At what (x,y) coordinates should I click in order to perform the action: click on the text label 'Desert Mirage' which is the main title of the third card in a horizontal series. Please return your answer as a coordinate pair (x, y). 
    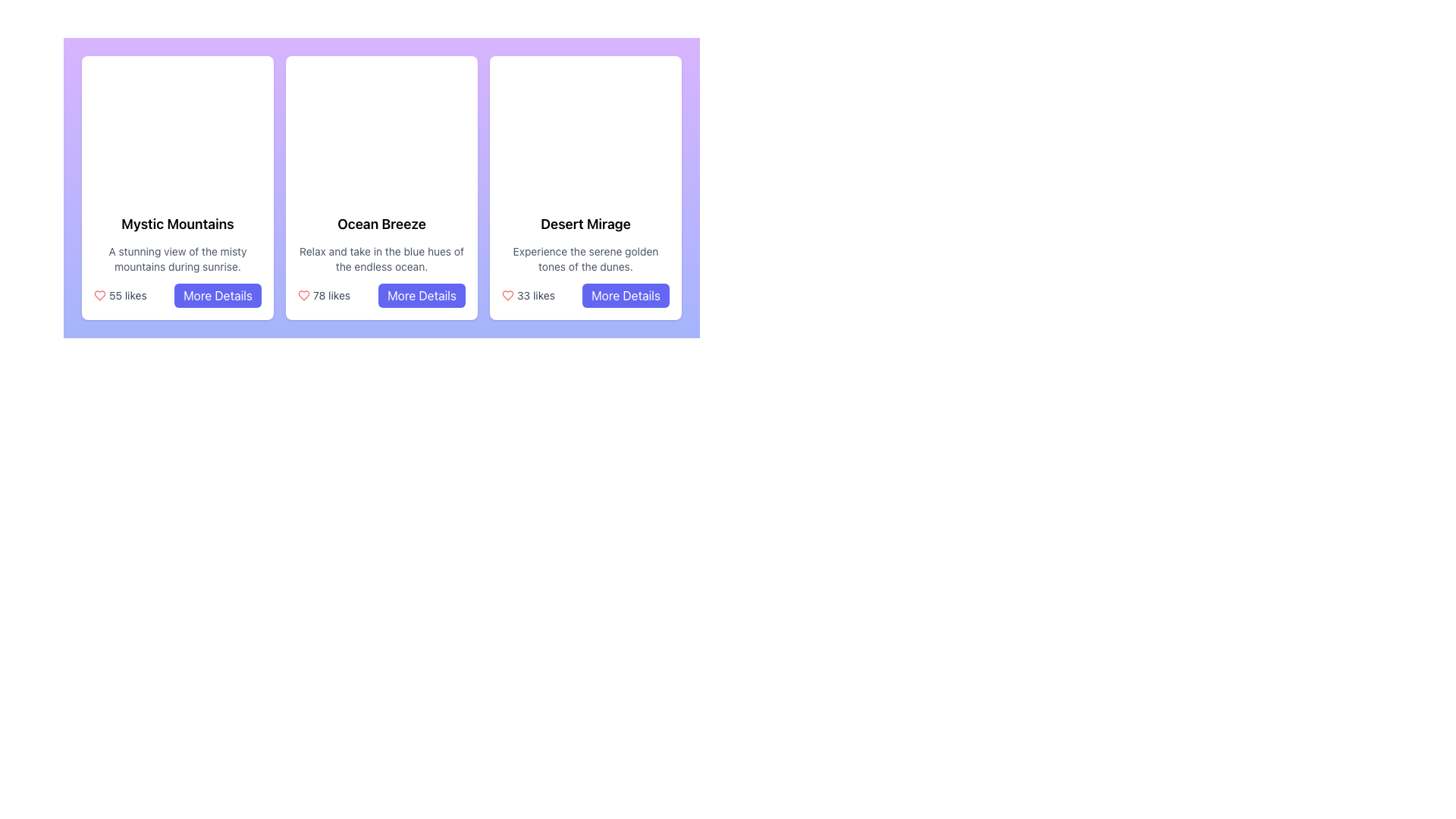
    Looking at the image, I should click on (585, 224).